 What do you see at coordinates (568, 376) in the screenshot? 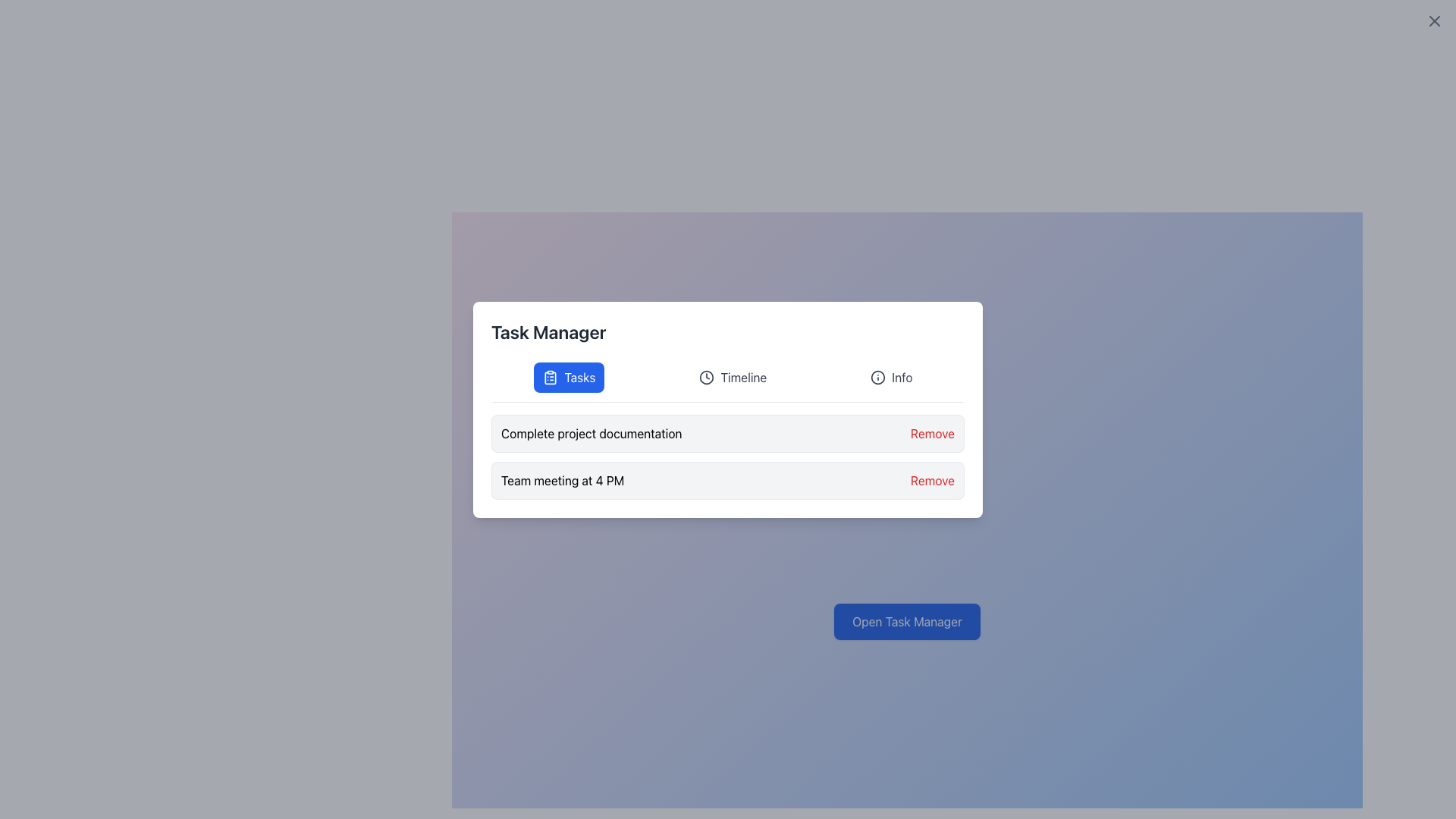
I see `the blue 'Tasks' button with white text and a clipboard icon` at bounding box center [568, 376].